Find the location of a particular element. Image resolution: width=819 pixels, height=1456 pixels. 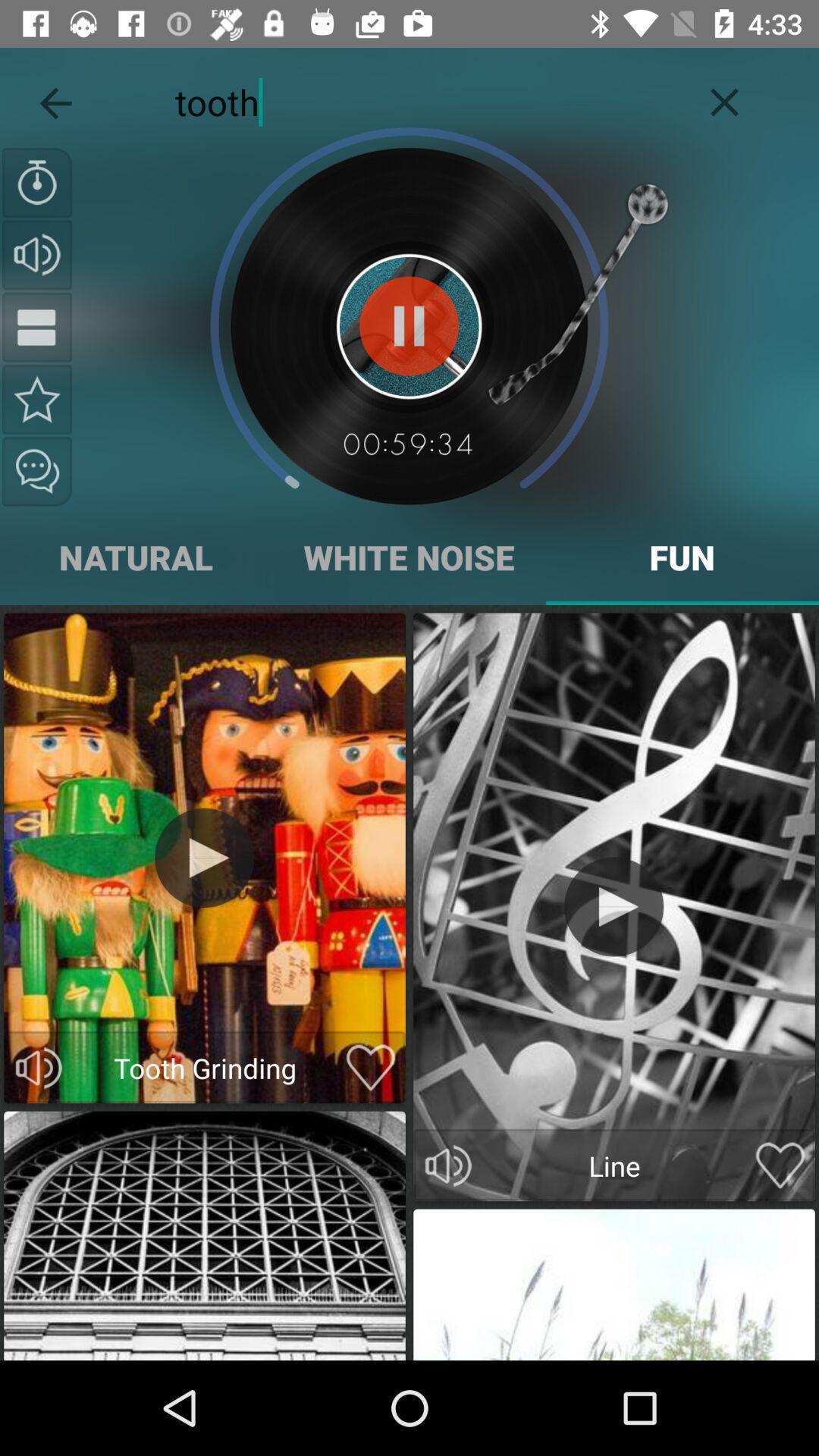

mark as favorite is located at coordinates (780, 1165).